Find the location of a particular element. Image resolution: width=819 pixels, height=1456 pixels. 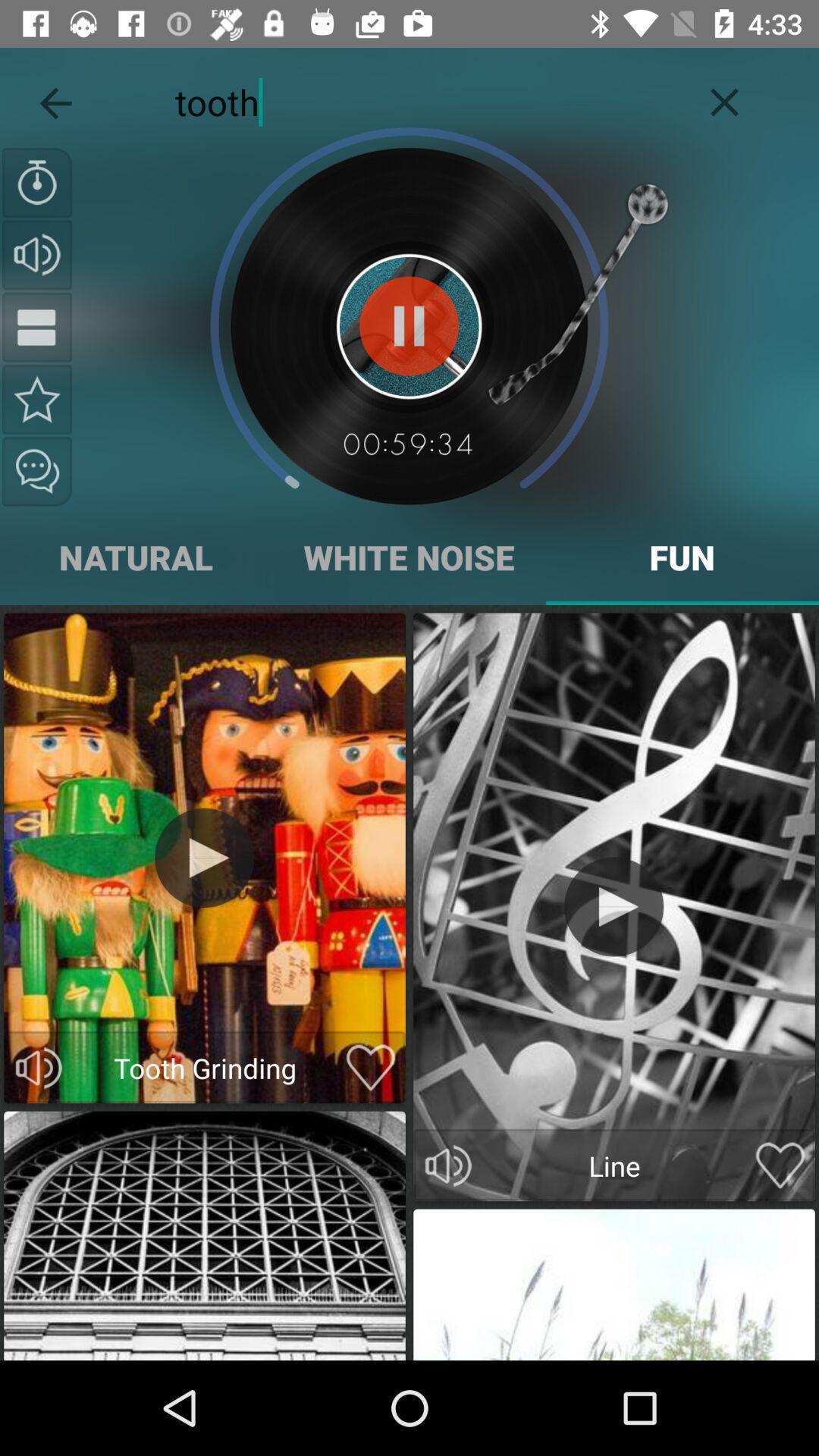

mark as favorite is located at coordinates (780, 1165).